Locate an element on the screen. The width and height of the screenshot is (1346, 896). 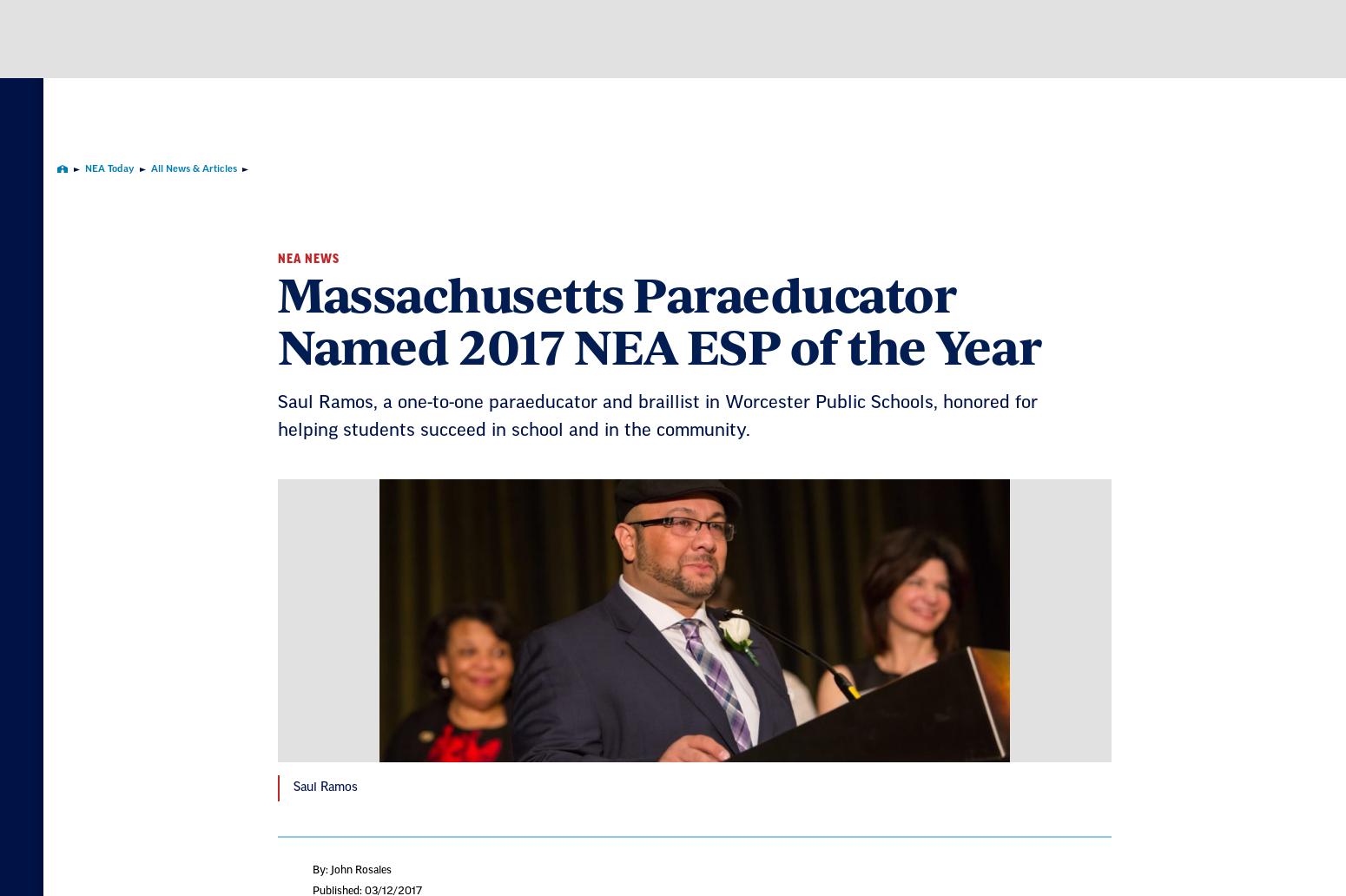
'Power Language' is located at coordinates (847, 507).